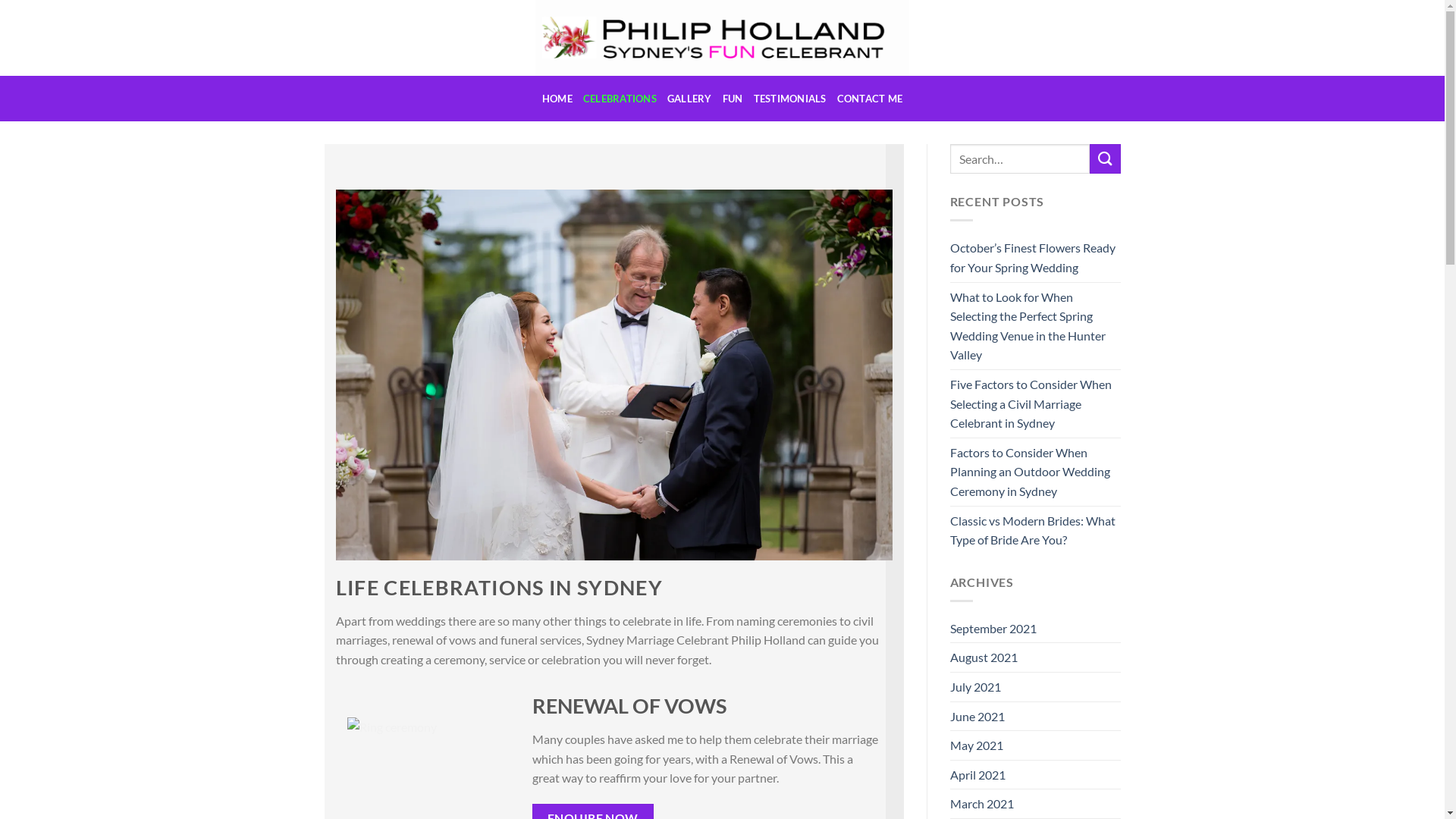 This screenshot has height=819, width=1456. What do you see at coordinates (667, 99) in the screenshot?
I see `'GALLERY'` at bounding box center [667, 99].